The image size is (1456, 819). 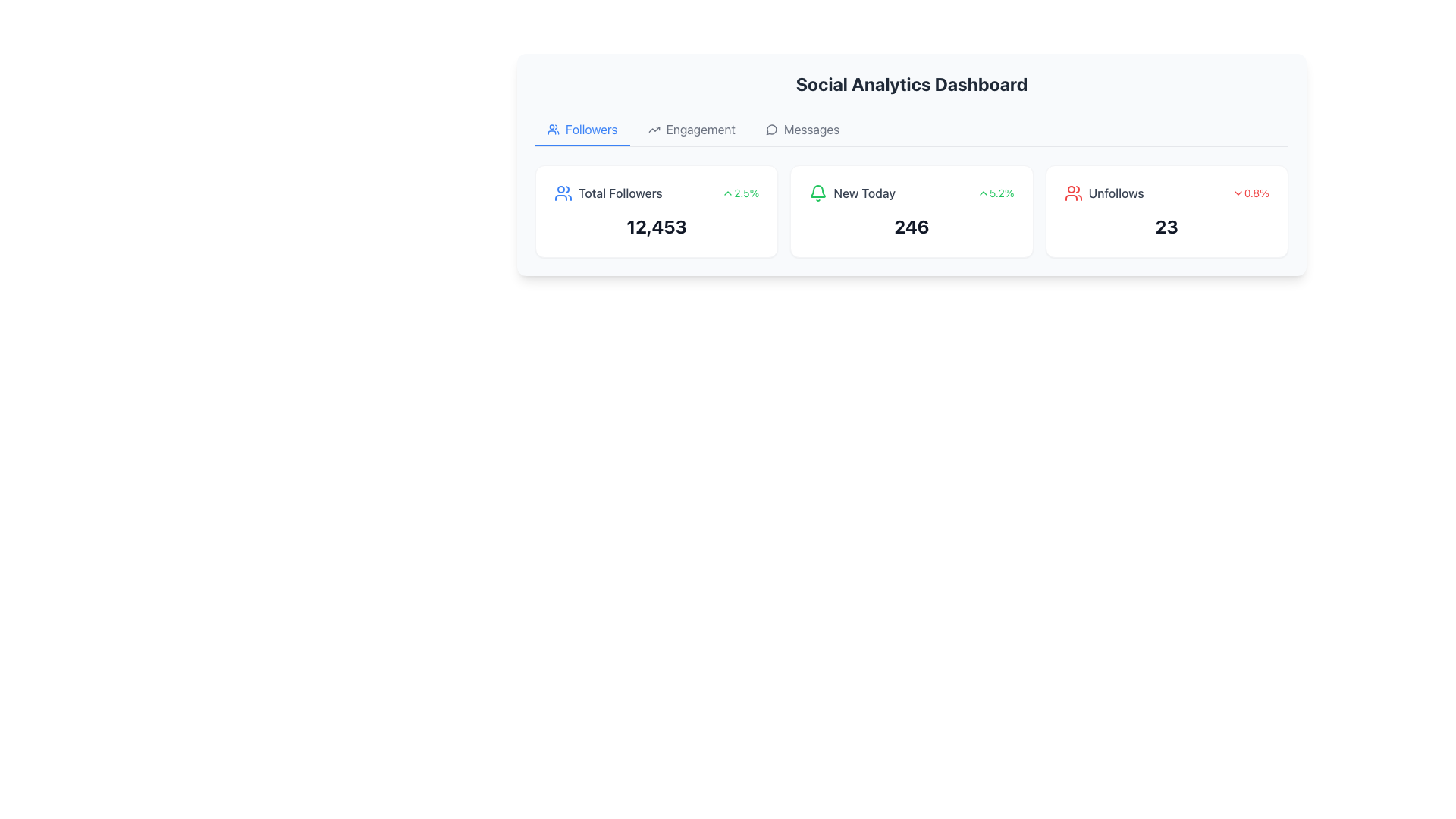 I want to click on the Label with icon that displays 'Total Followers' located in the top-left metrics card of the dashboard, which features a blue user icon on the left and gray text on the right, so click(x=608, y=192).